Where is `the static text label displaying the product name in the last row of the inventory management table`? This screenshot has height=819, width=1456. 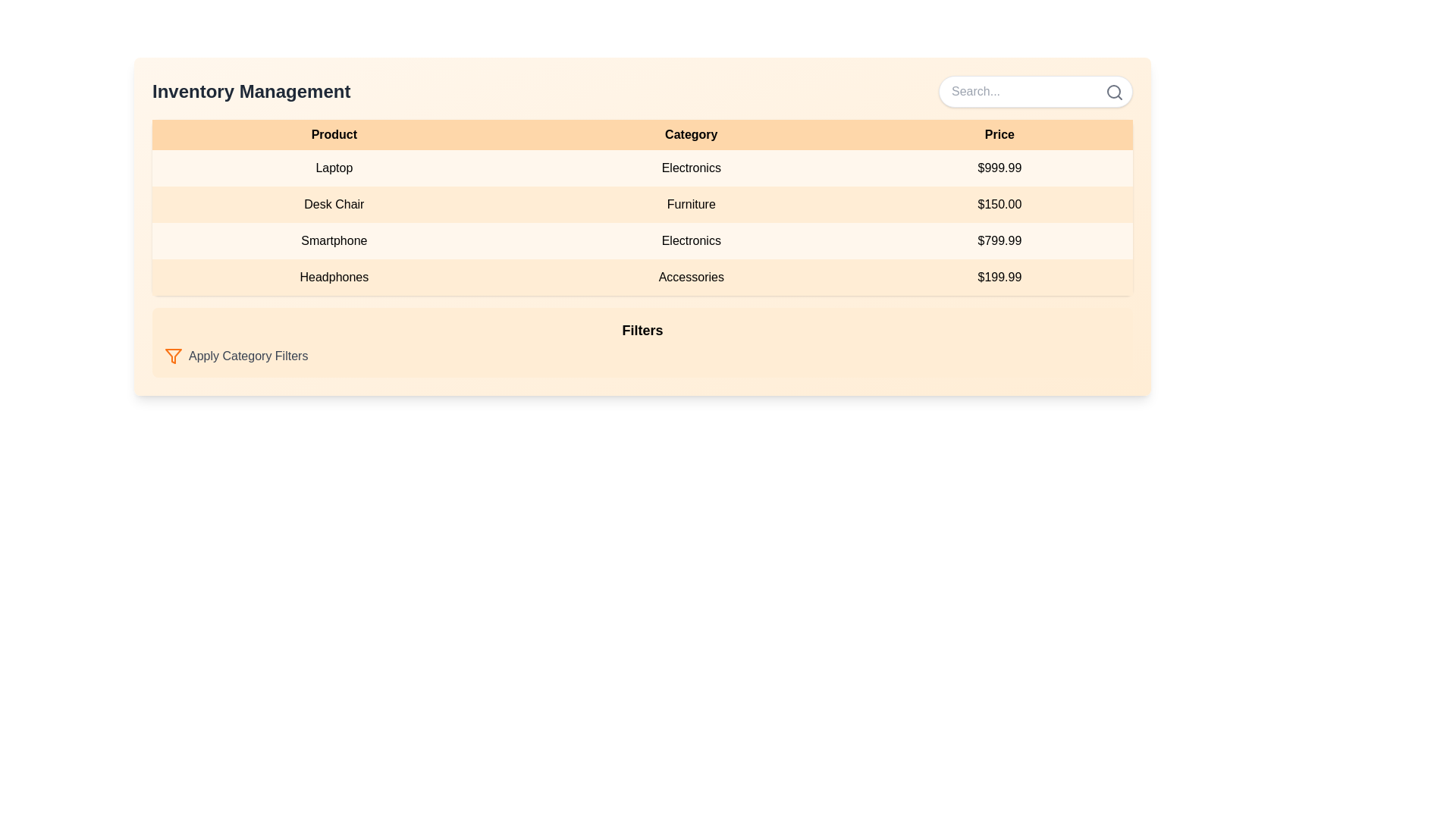
the static text label displaying the product name in the last row of the inventory management table is located at coordinates (333, 278).